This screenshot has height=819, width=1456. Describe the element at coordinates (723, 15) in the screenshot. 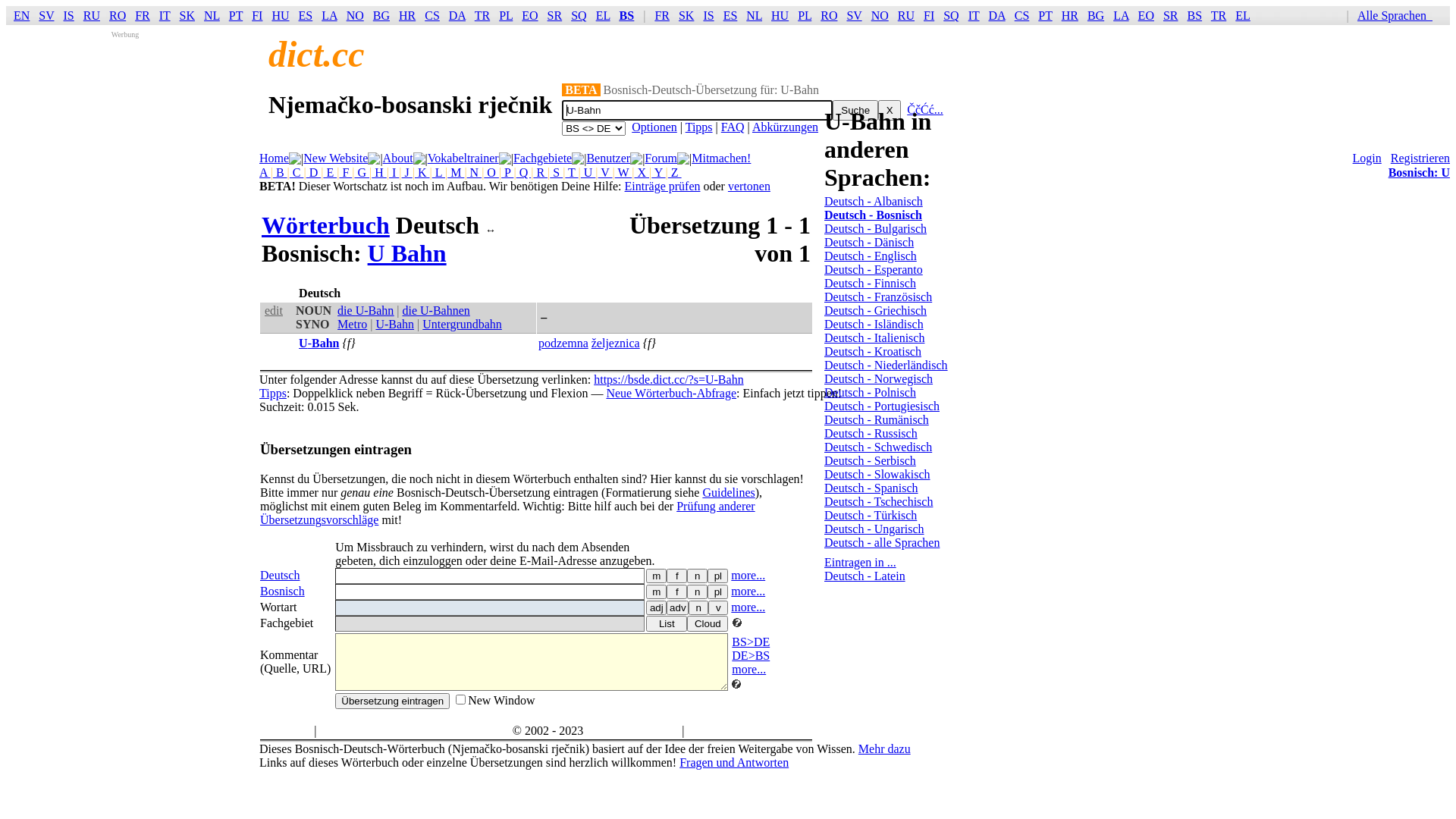

I see `'ES'` at that location.